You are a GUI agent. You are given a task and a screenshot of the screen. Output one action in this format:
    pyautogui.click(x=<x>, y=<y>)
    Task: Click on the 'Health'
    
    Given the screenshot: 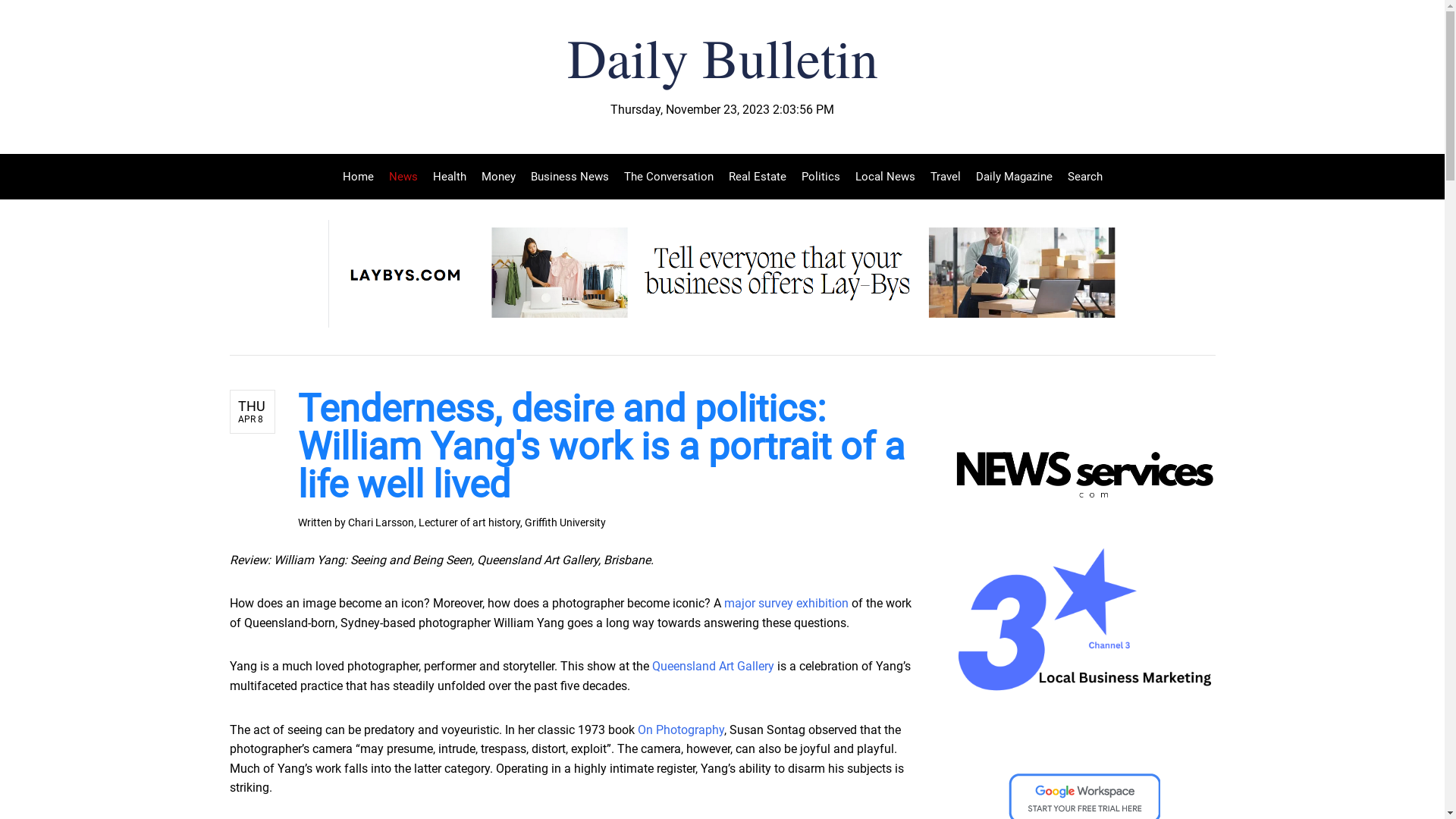 What is the action you would take?
    pyautogui.click(x=447, y=175)
    